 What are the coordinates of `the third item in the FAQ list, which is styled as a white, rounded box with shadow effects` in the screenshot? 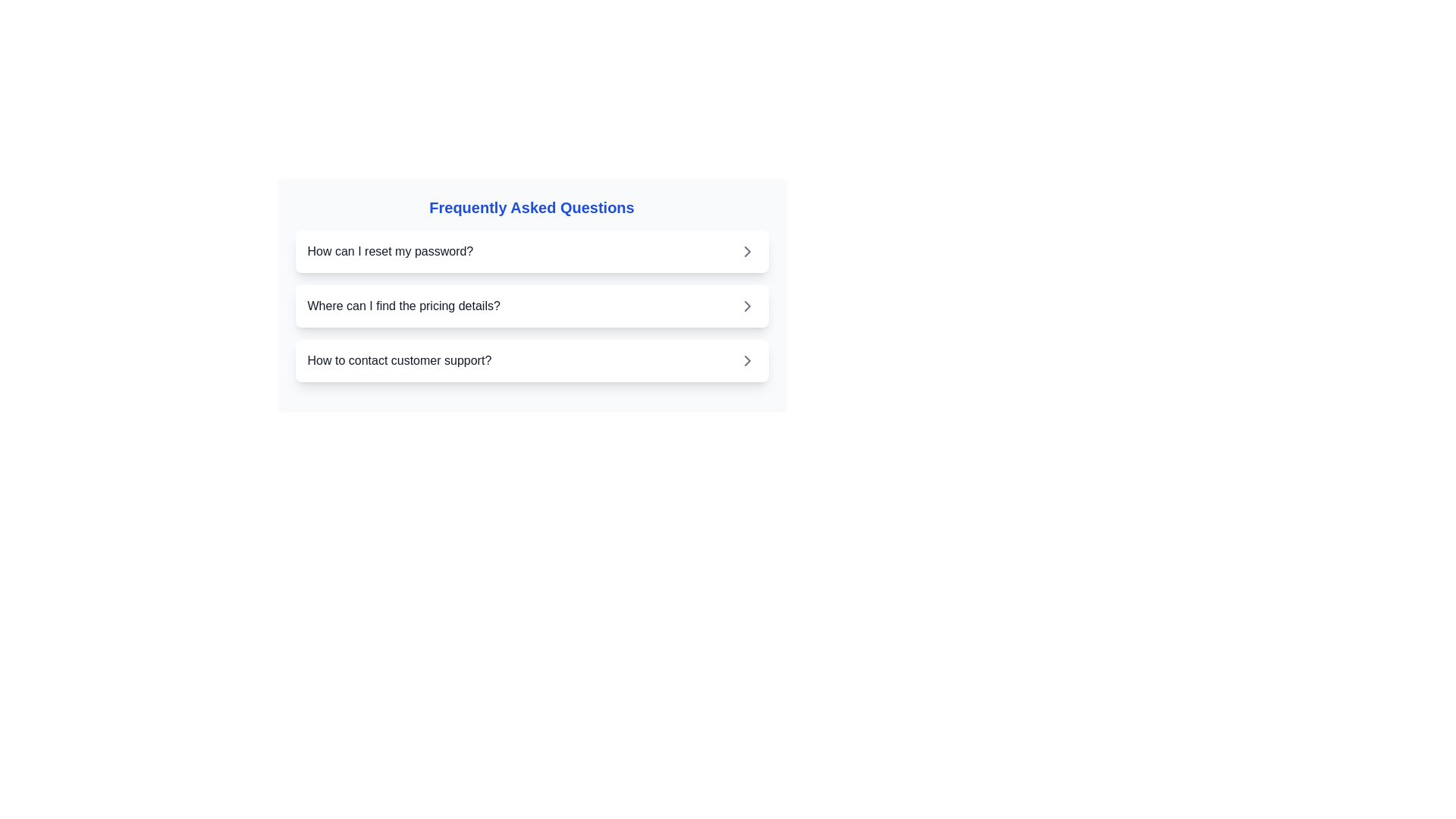 It's located at (532, 360).